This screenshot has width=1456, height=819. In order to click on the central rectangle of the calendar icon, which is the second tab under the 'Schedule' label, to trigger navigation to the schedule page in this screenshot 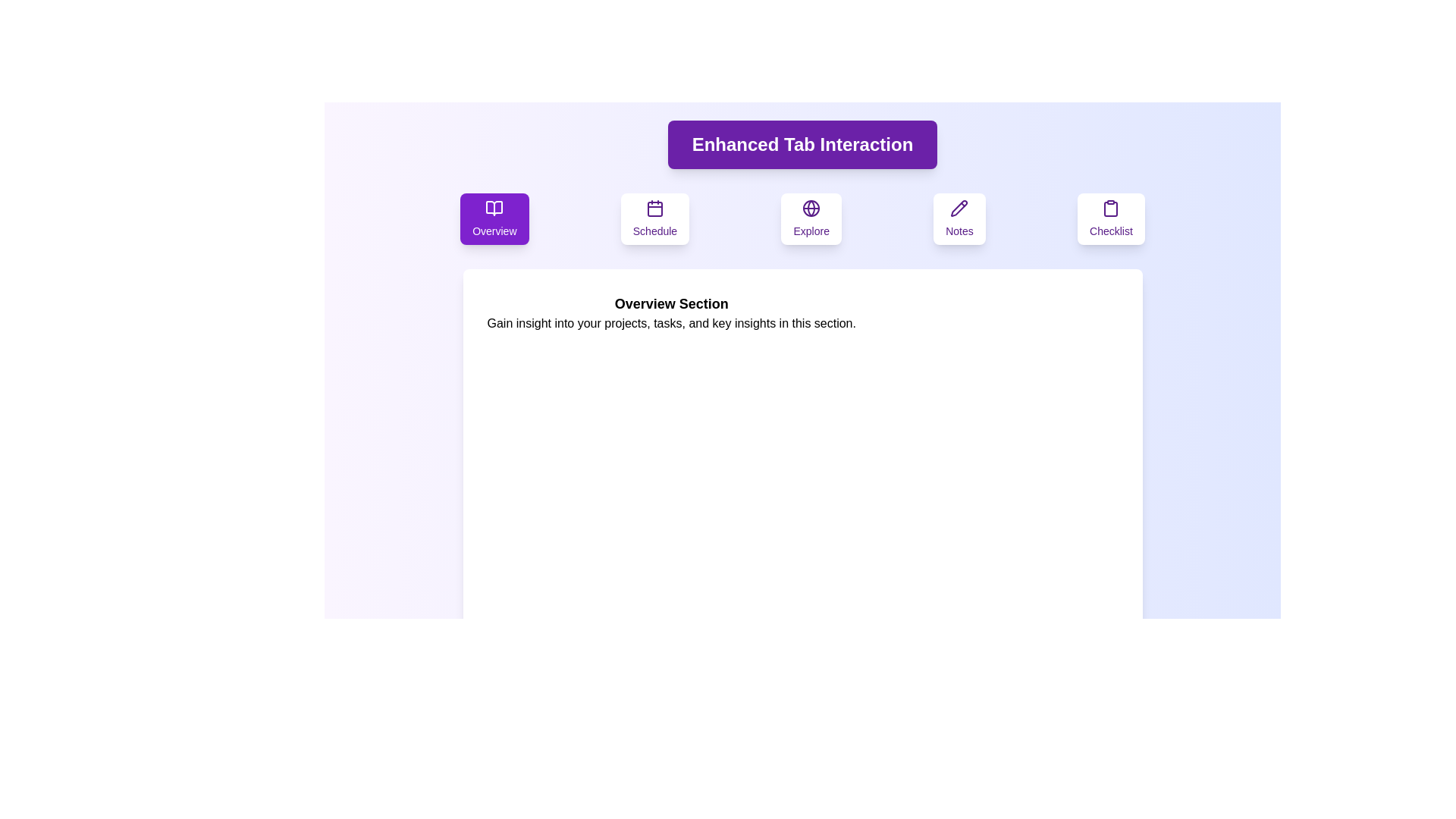, I will do `click(655, 209)`.